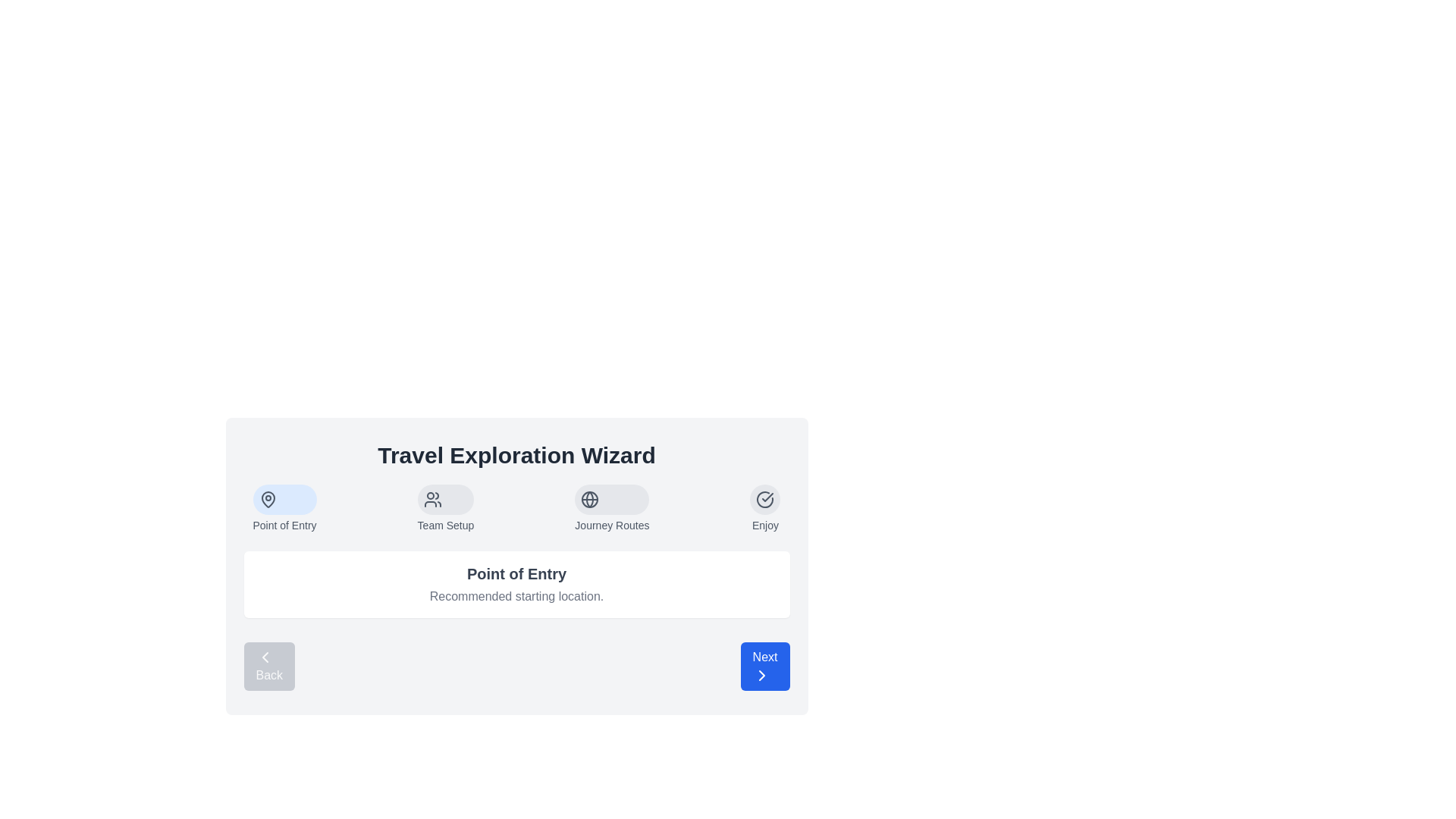 Image resolution: width=1456 pixels, height=819 pixels. Describe the element at coordinates (589, 500) in the screenshot. I see `the leftmost icon representing the 'Journey Routes' phase of the Travel Exploration Wizard interface` at that location.